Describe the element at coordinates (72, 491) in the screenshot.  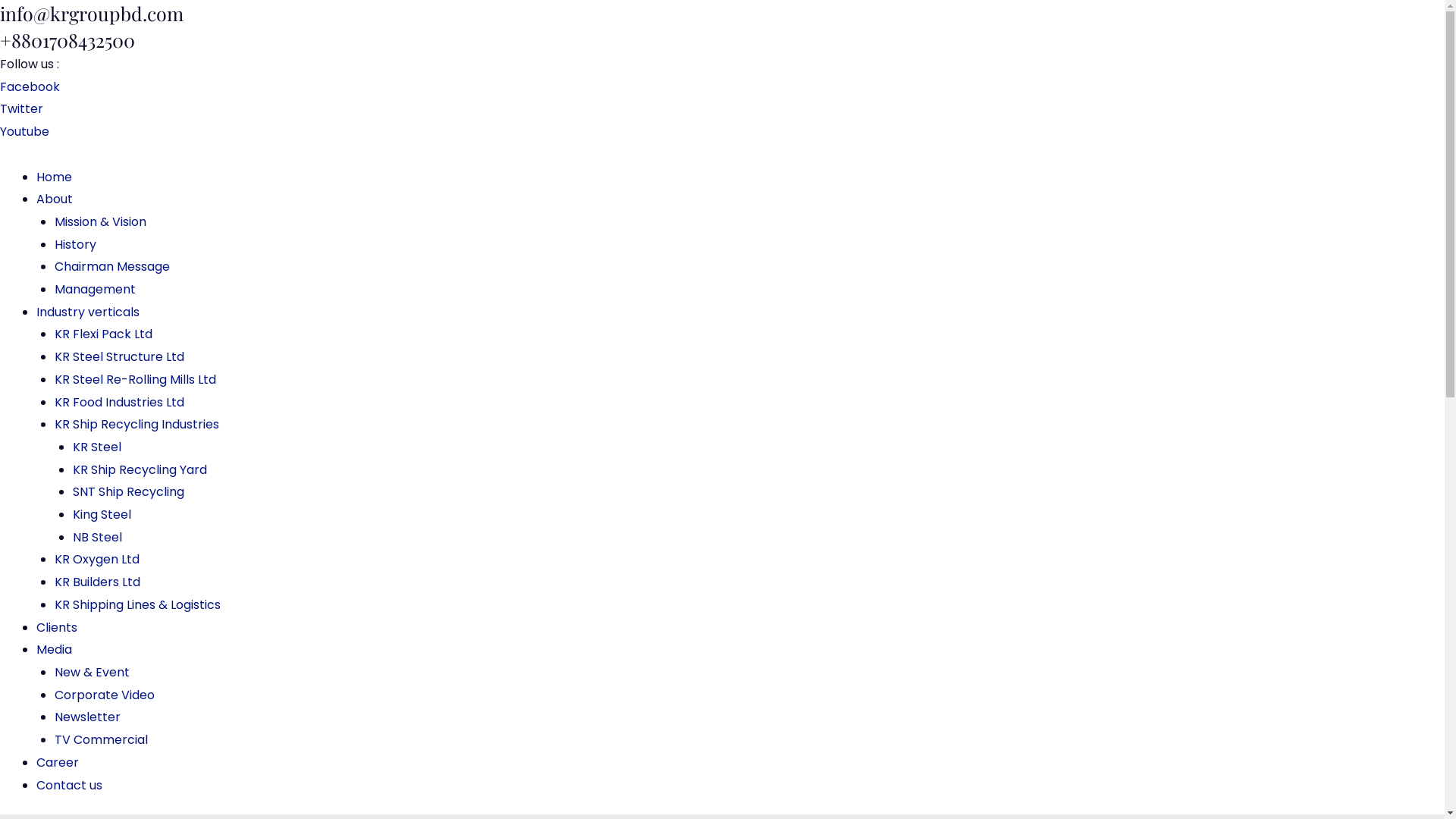
I see `'SNT Ship Recycling'` at that location.